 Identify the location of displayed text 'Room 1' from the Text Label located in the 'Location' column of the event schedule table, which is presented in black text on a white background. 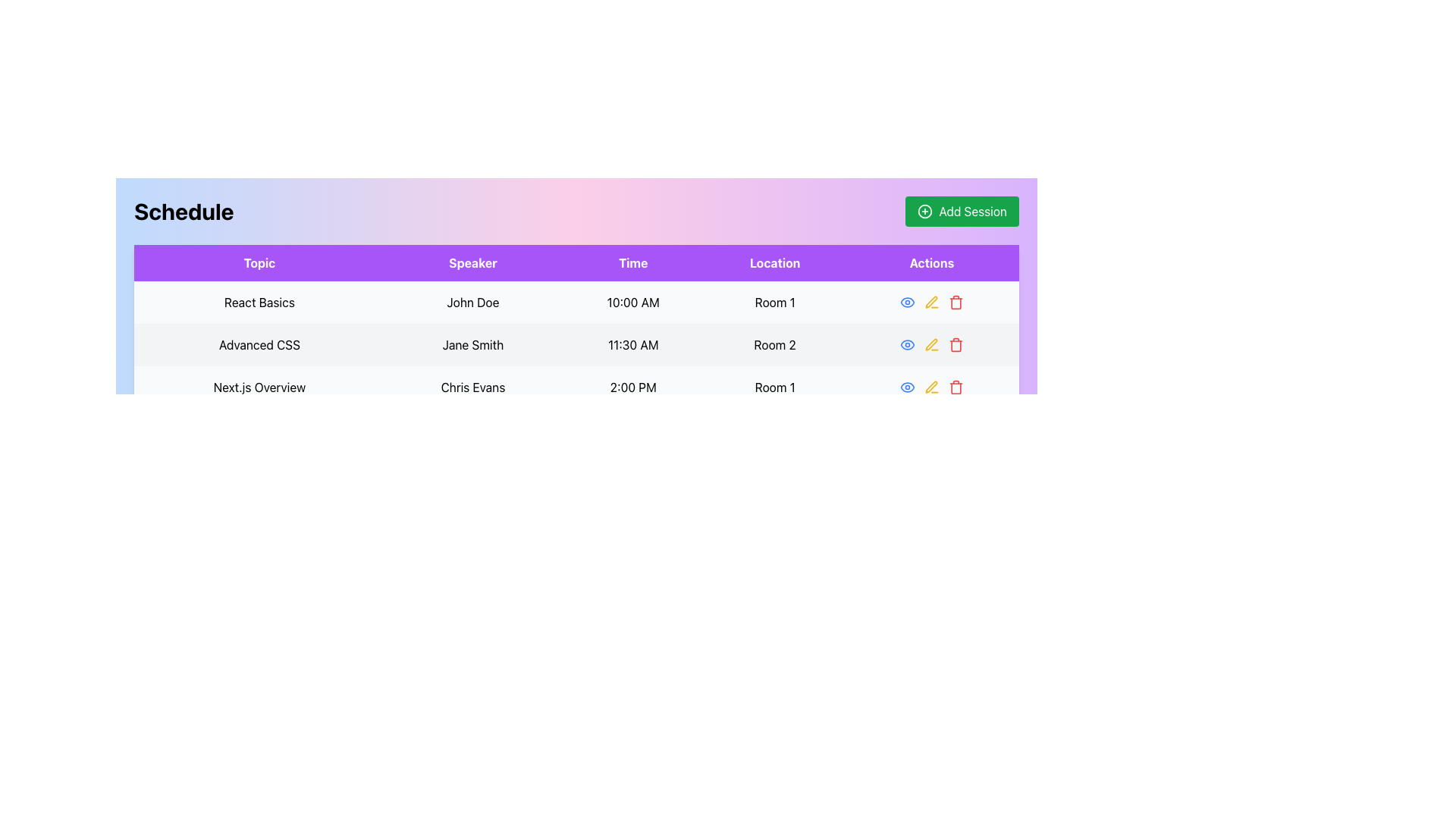
(775, 302).